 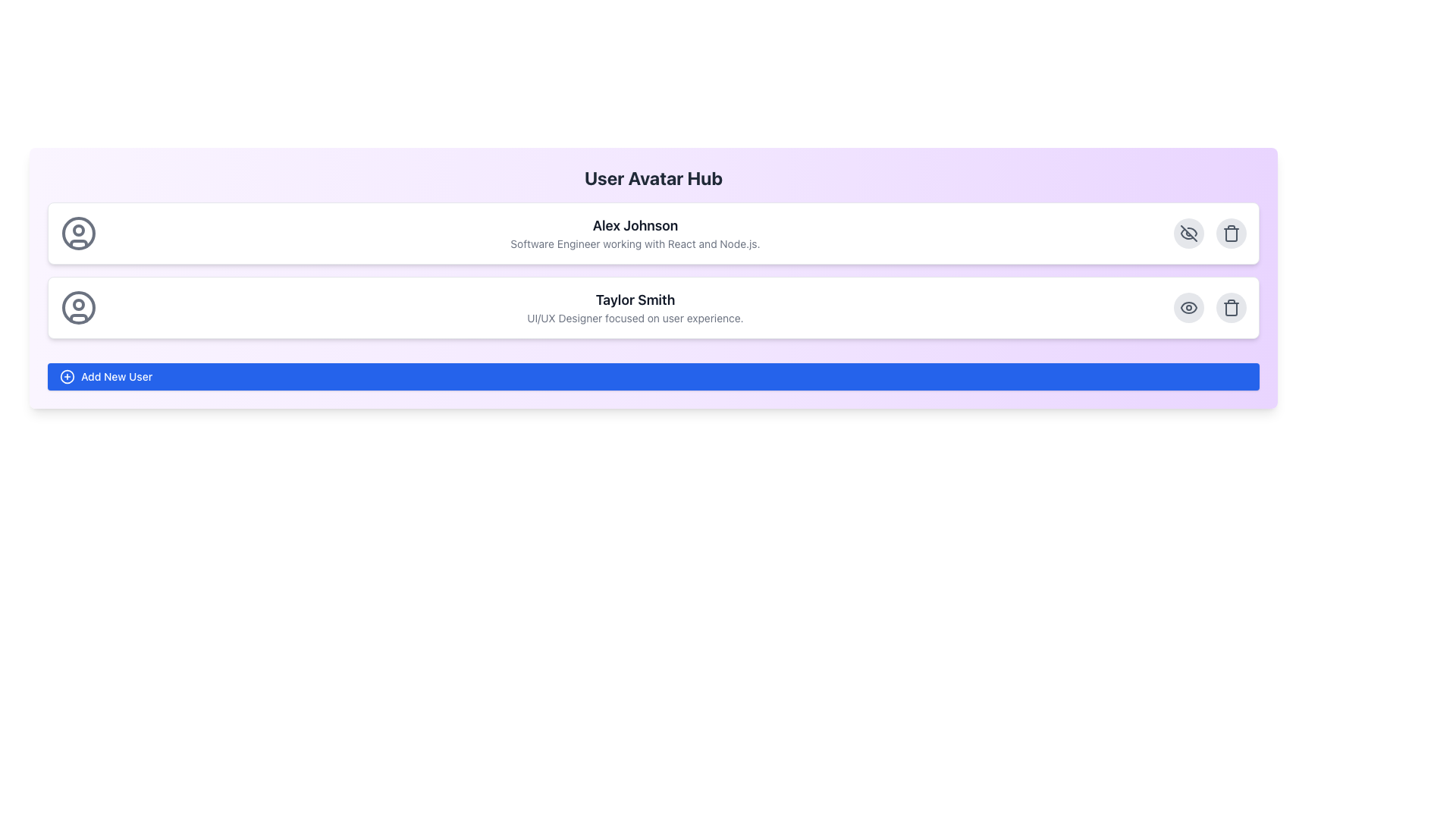 I want to click on the text block containing the name 'Alex Johnson' and the description 'Software Engineer working with React and Node.js.' in the profile card located in the top section of the interface, so click(x=635, y=234).